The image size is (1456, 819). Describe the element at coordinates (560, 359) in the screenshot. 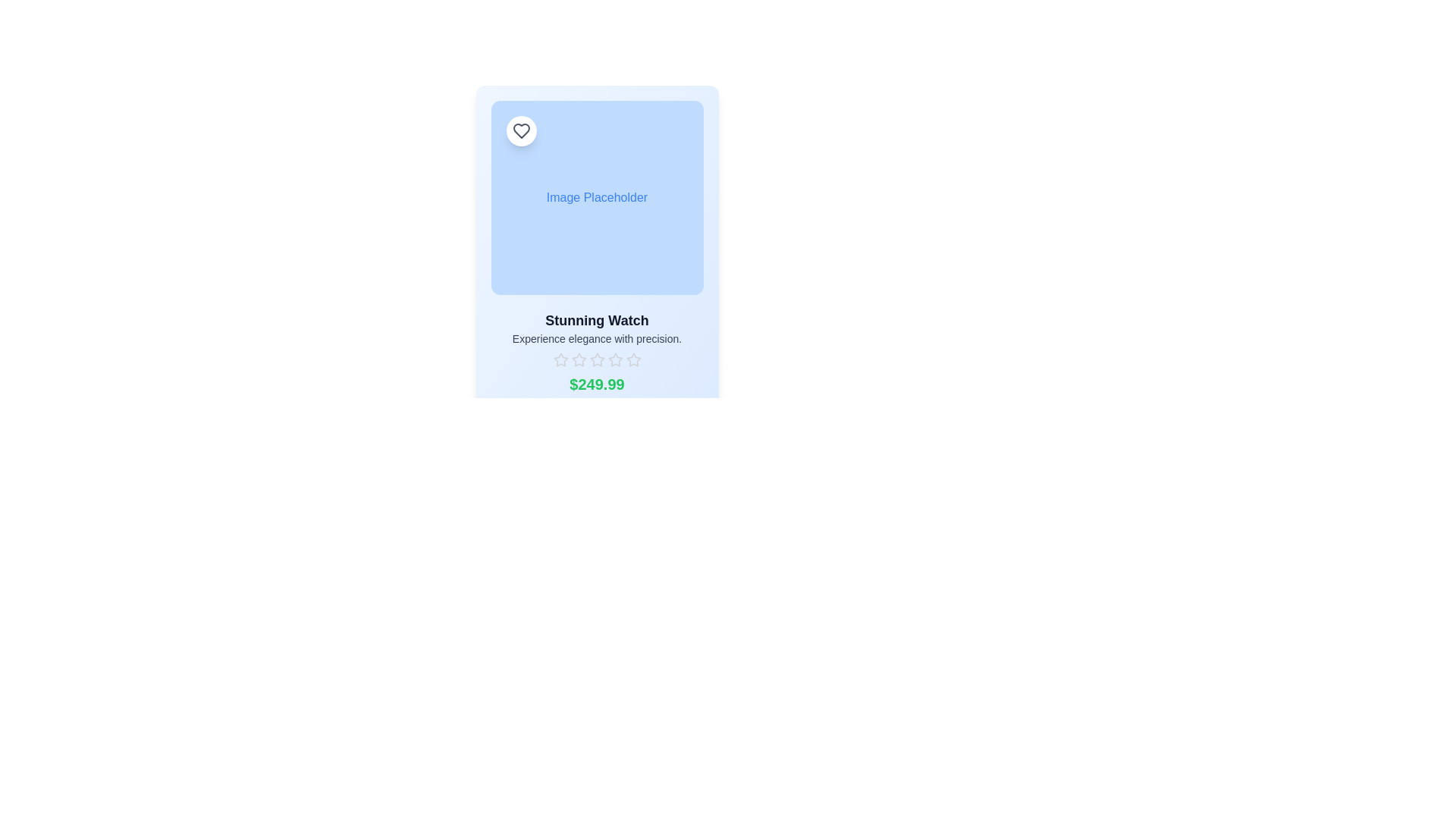

I see `the first star rating icon below the item's title` at that location.